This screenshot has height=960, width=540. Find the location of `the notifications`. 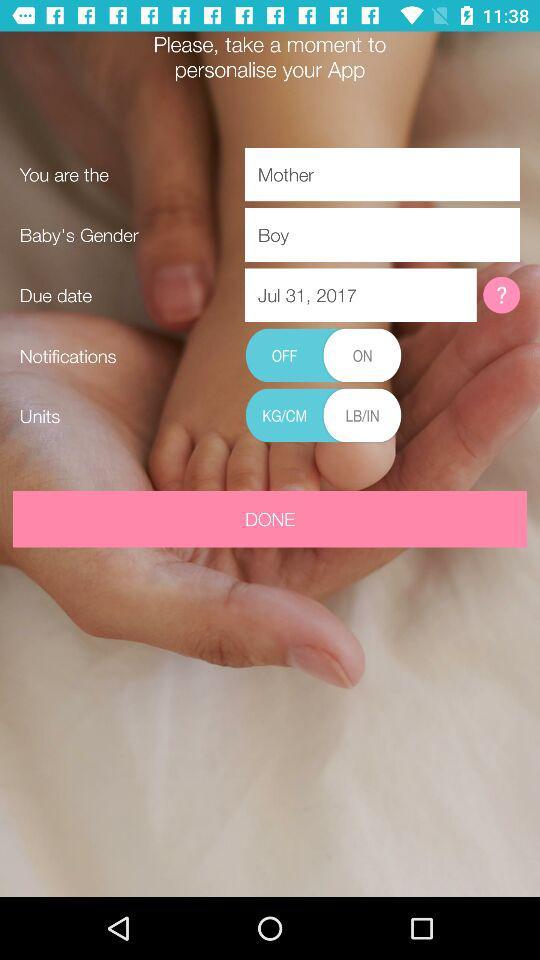

the notifications is located at coordinates (323, 356).